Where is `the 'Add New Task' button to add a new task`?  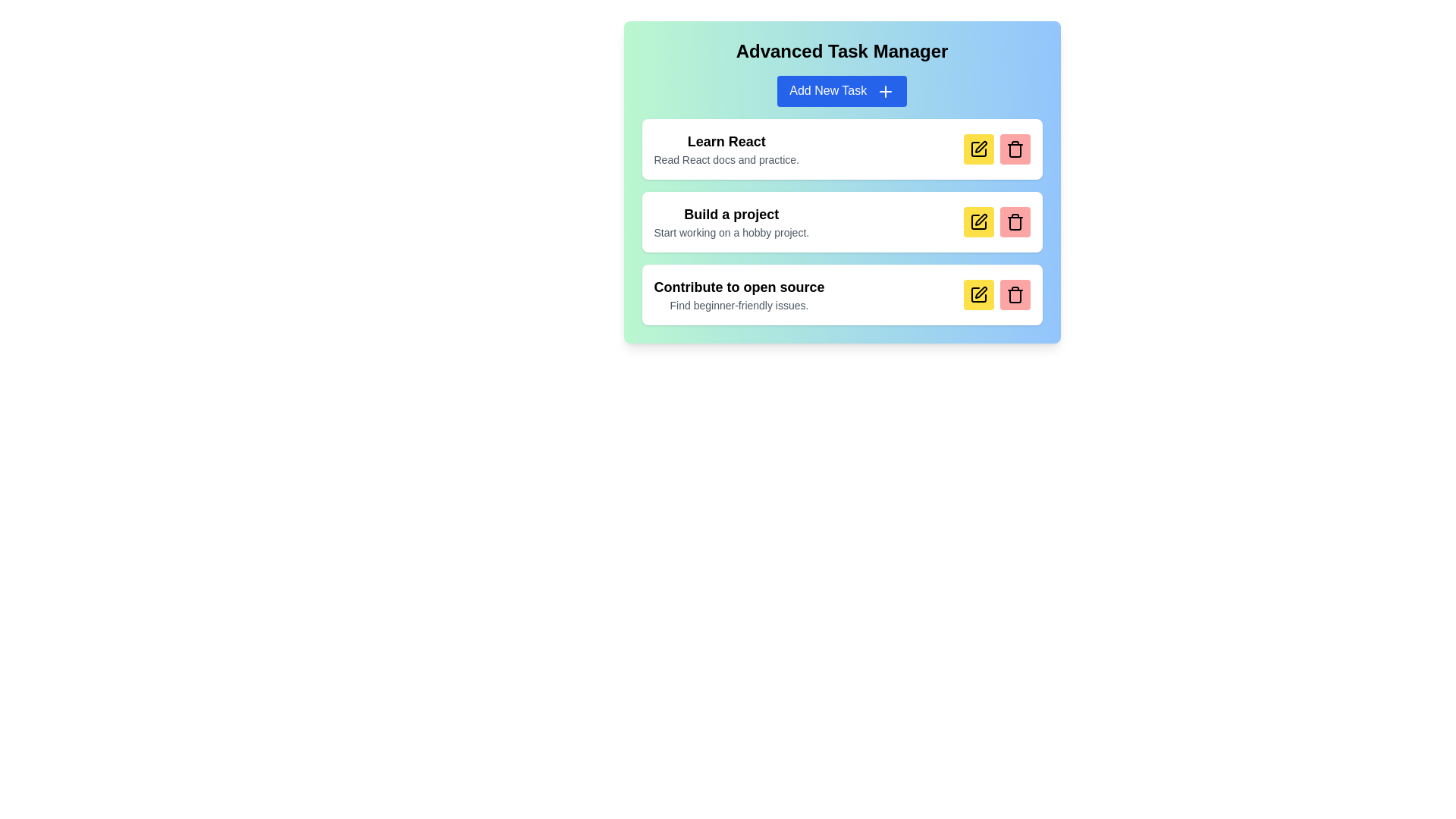 the 'Add New Task' button to add a new task is located at coordinates (841, 91).